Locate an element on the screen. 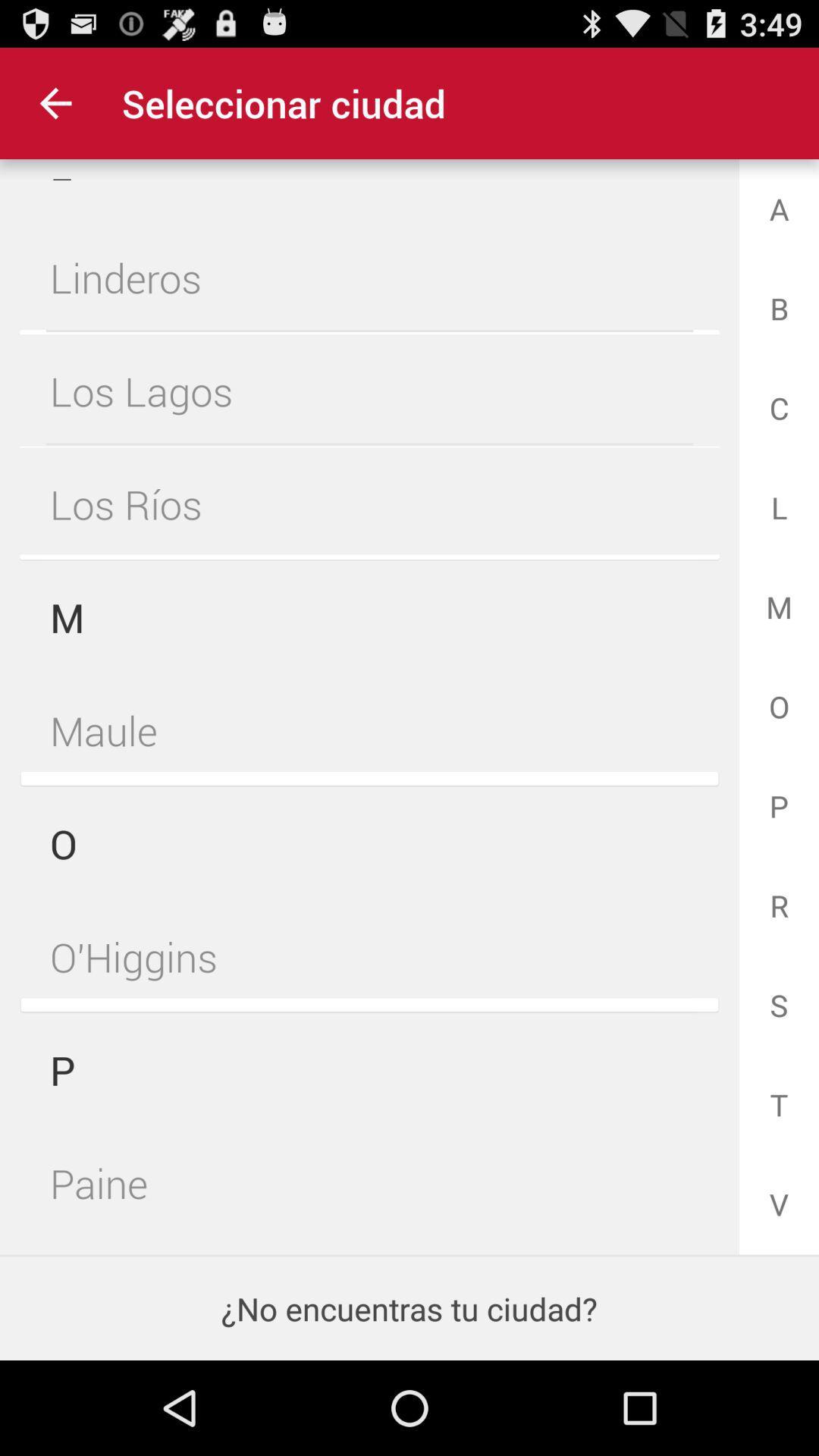 The height and width of the screenshot is (1456, 819). icon above o is located at coordinates (369, 730).